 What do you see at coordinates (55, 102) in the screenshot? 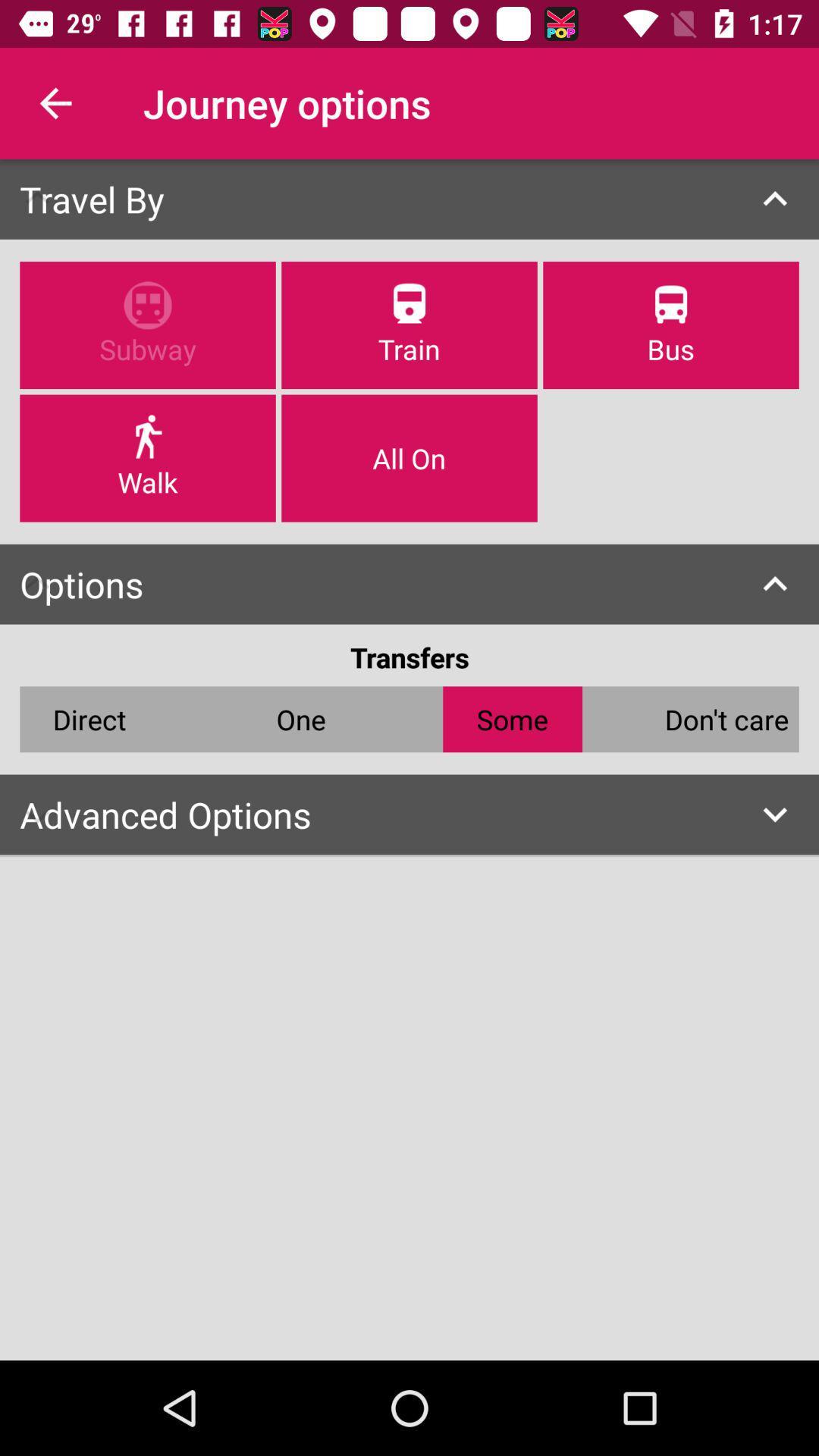
I see `the item next to journey options item` at bounding box center [55, 102].